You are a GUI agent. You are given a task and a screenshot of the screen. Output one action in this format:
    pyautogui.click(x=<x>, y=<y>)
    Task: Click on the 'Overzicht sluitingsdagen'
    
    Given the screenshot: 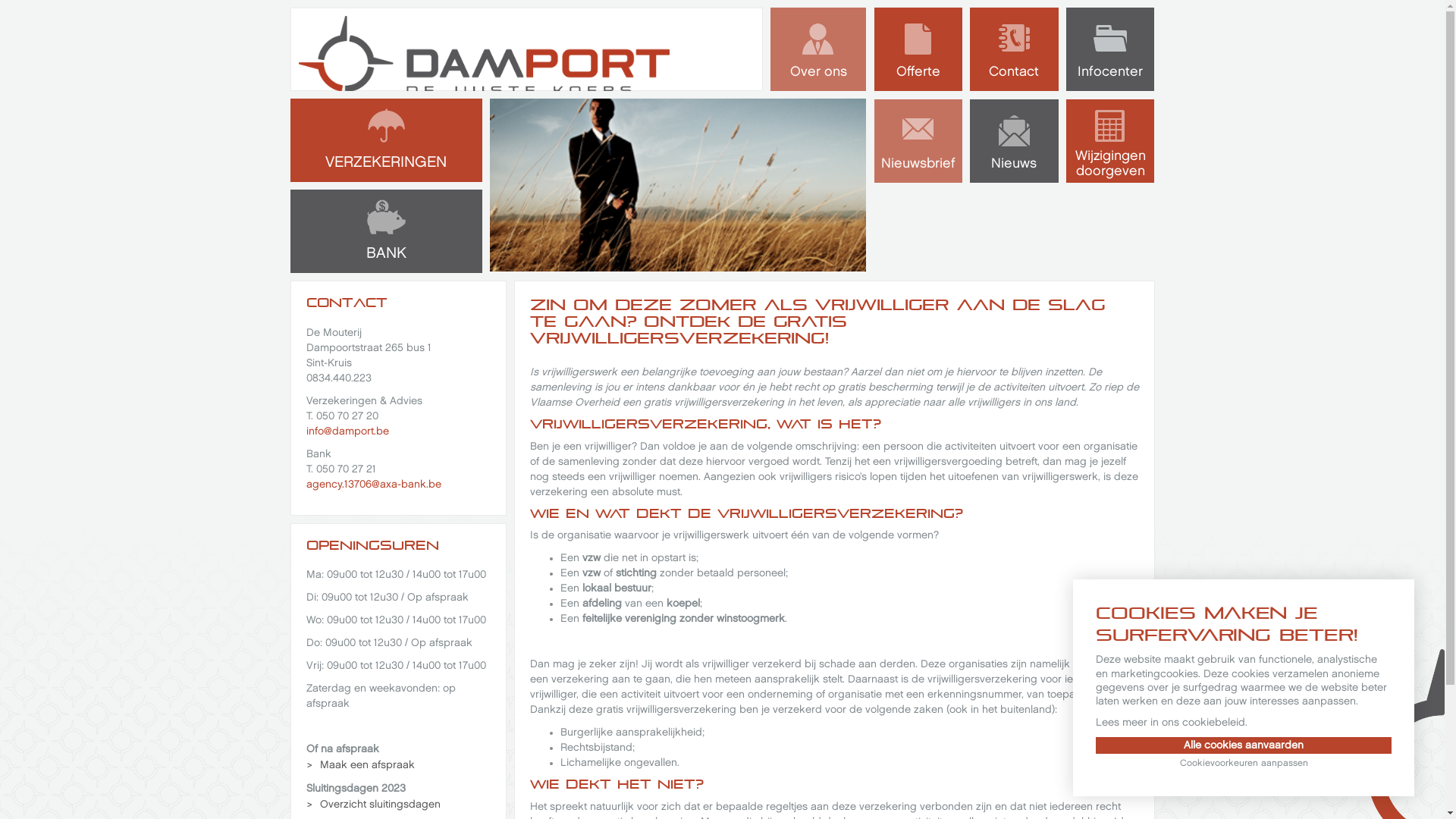 What is the action you would take?
    pyautogui.click(x=374, y=803)
    